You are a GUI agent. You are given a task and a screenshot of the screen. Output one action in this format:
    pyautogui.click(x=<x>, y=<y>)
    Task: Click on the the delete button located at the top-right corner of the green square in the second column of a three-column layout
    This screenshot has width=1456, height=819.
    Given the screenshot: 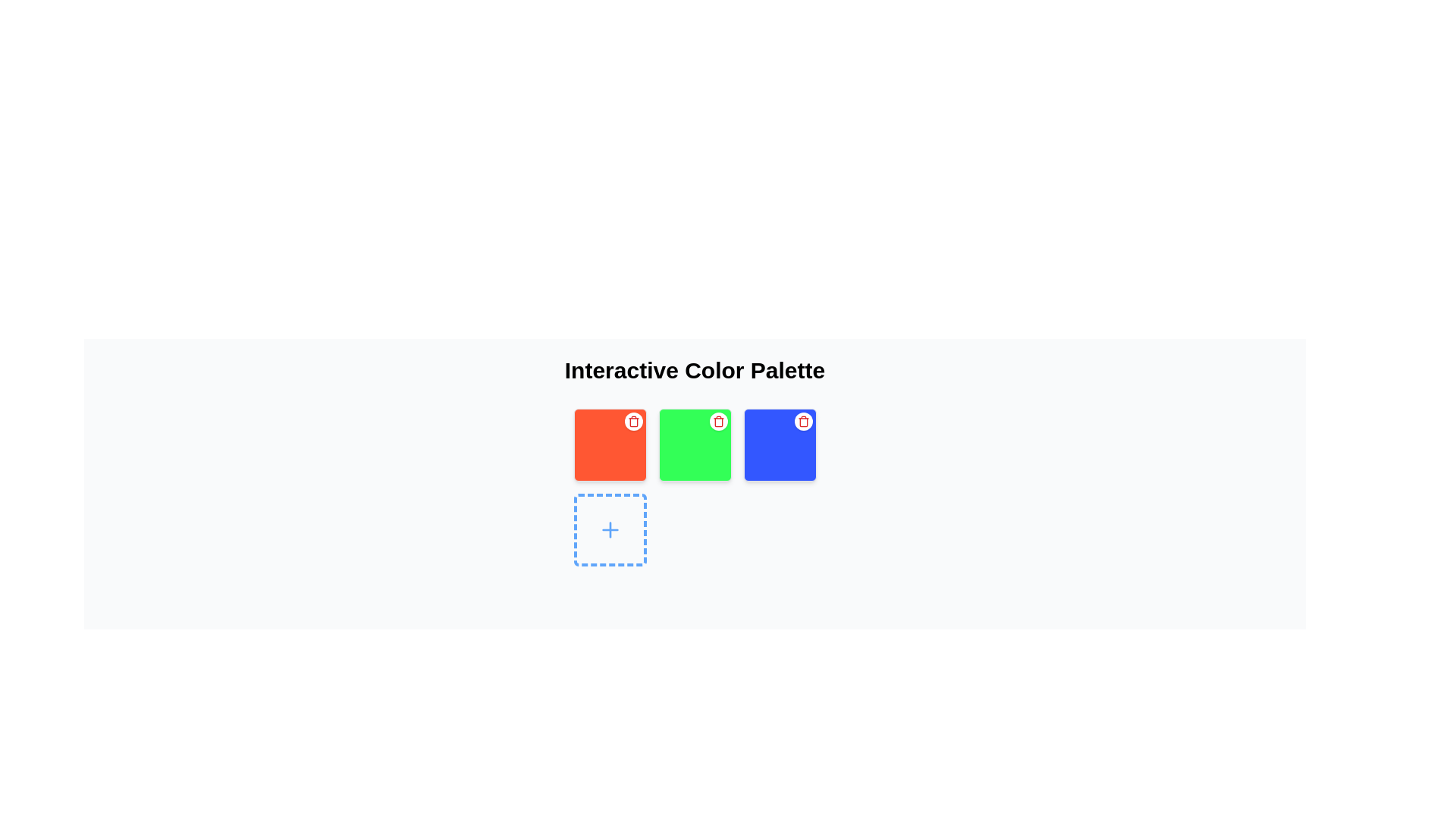 What is the action you would take?
    pyautogui.click(x=717, y=421)
    